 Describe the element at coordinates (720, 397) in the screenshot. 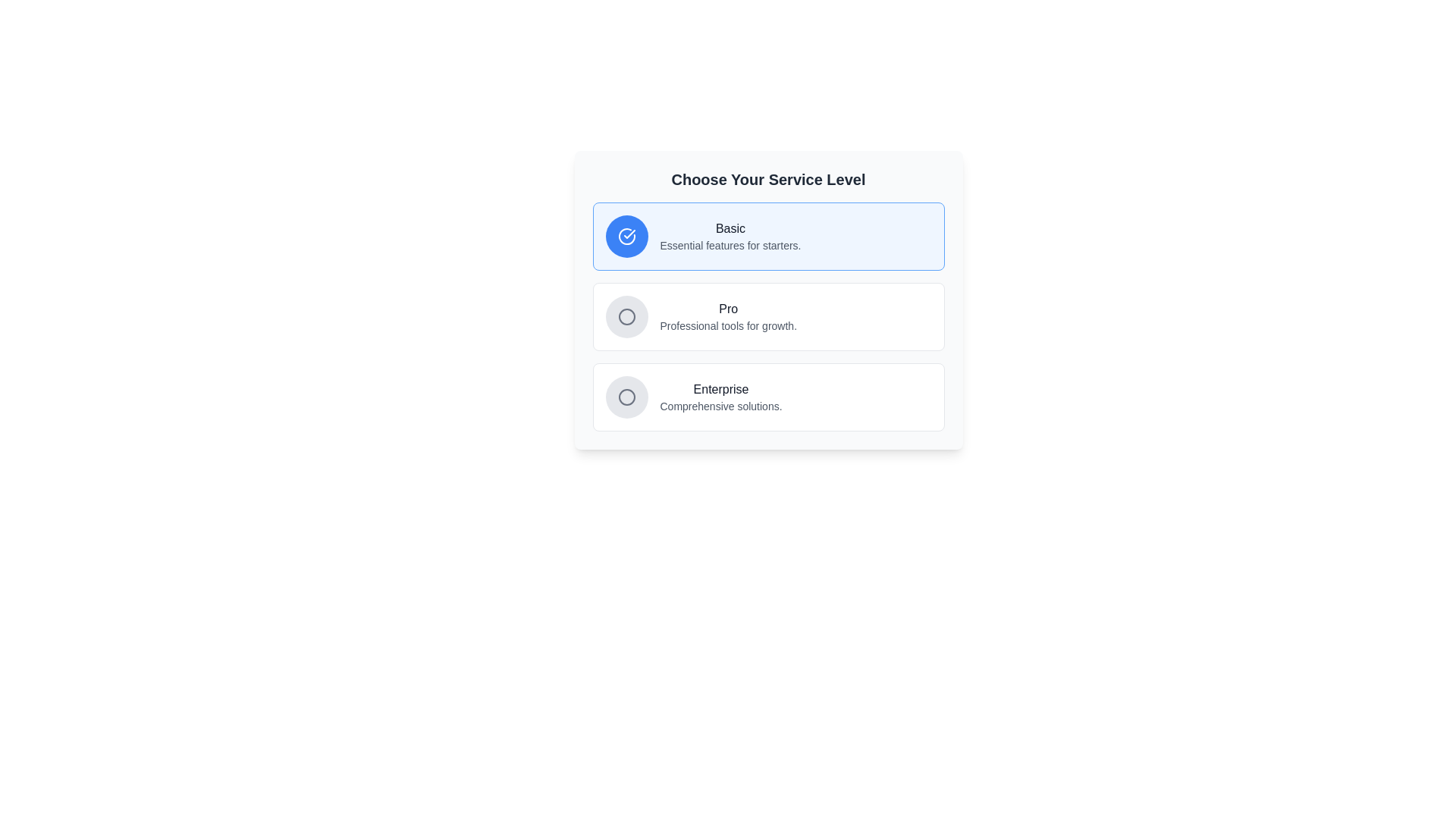

I see `text of the 'Enterprise' service level option, which is the third item in a vertical list below 'Basic' and 'Pro'` at that location.